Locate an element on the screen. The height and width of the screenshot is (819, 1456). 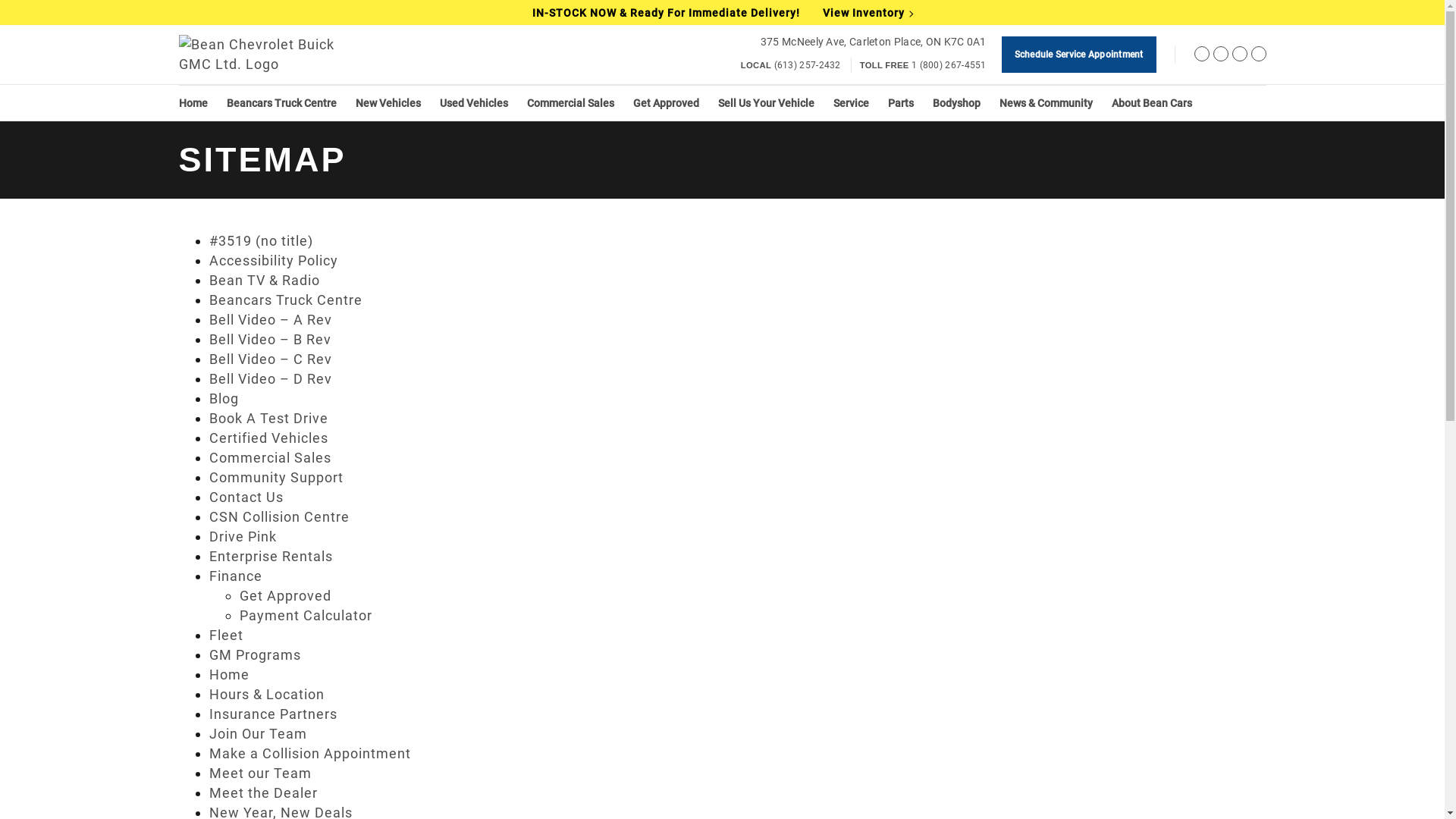
'Join Our Team' is located at coordinates (208, 733).